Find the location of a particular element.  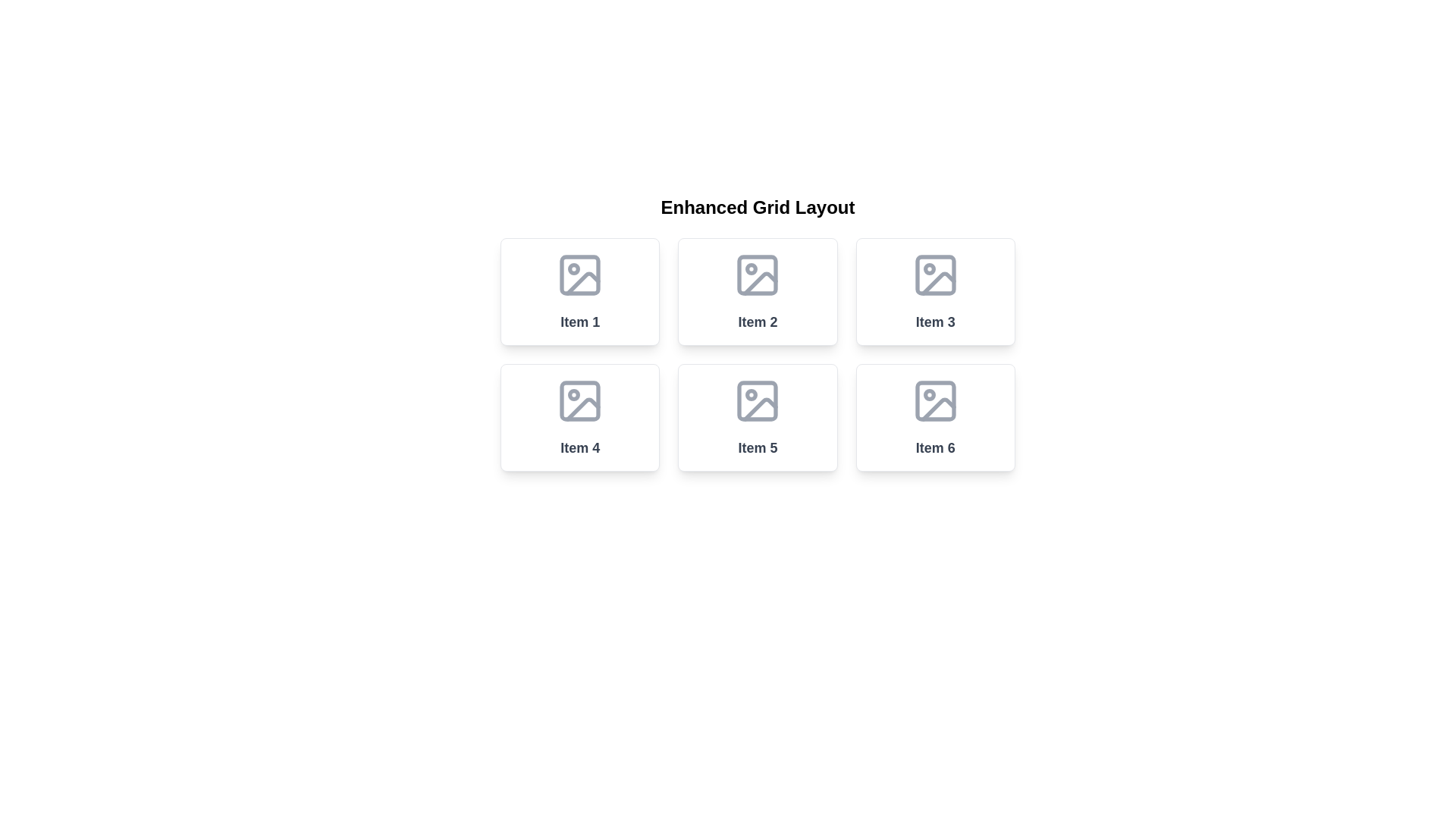

the small circular shape defined by a center point (cx: 9, cy: 9) and a radius of 2 units, located in the sixth item of a two-row grid layout is located at coordinates (928, 394).